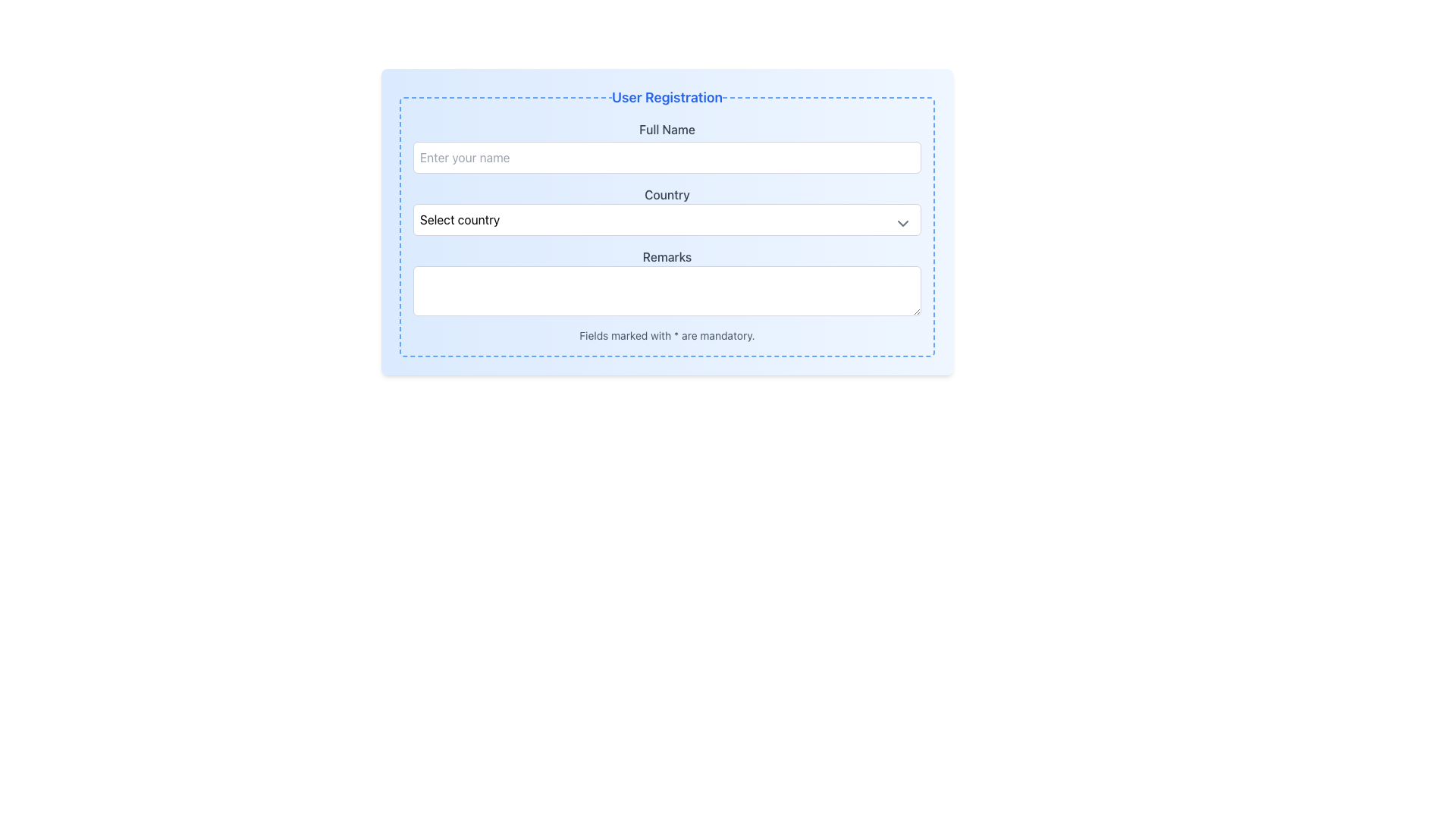  I want to click on text label 'Full Name' which is displayed in gray font above the 'Enter your name' input field in the form section, so click(667, 128).